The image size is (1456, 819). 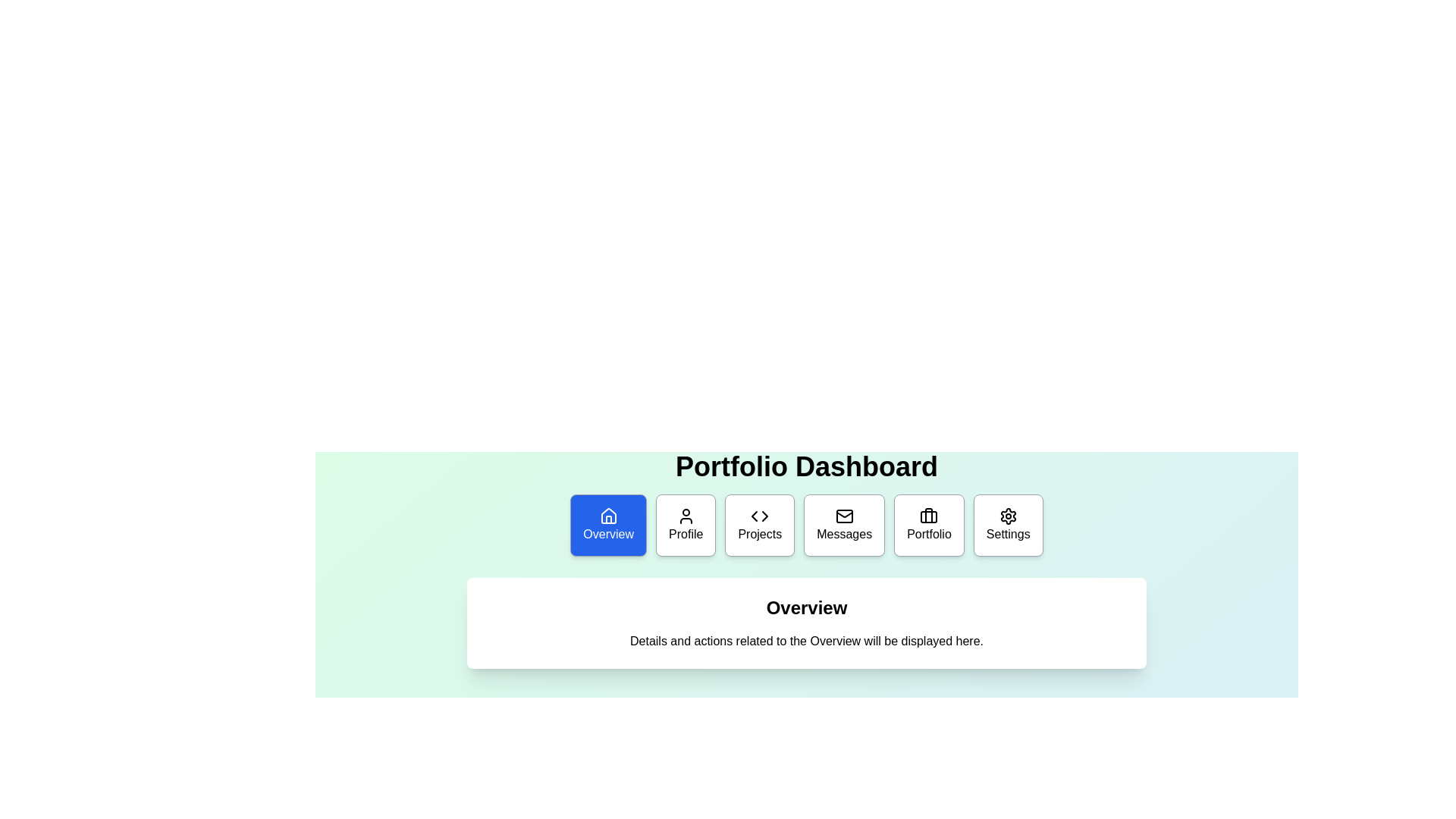 What do you see at coordinates (928, 516) in the screenshot?
I see `the portfolio icon by clicking on the graphical element representing the briefcase in the navigation menu` at bounding box center [928, 516].